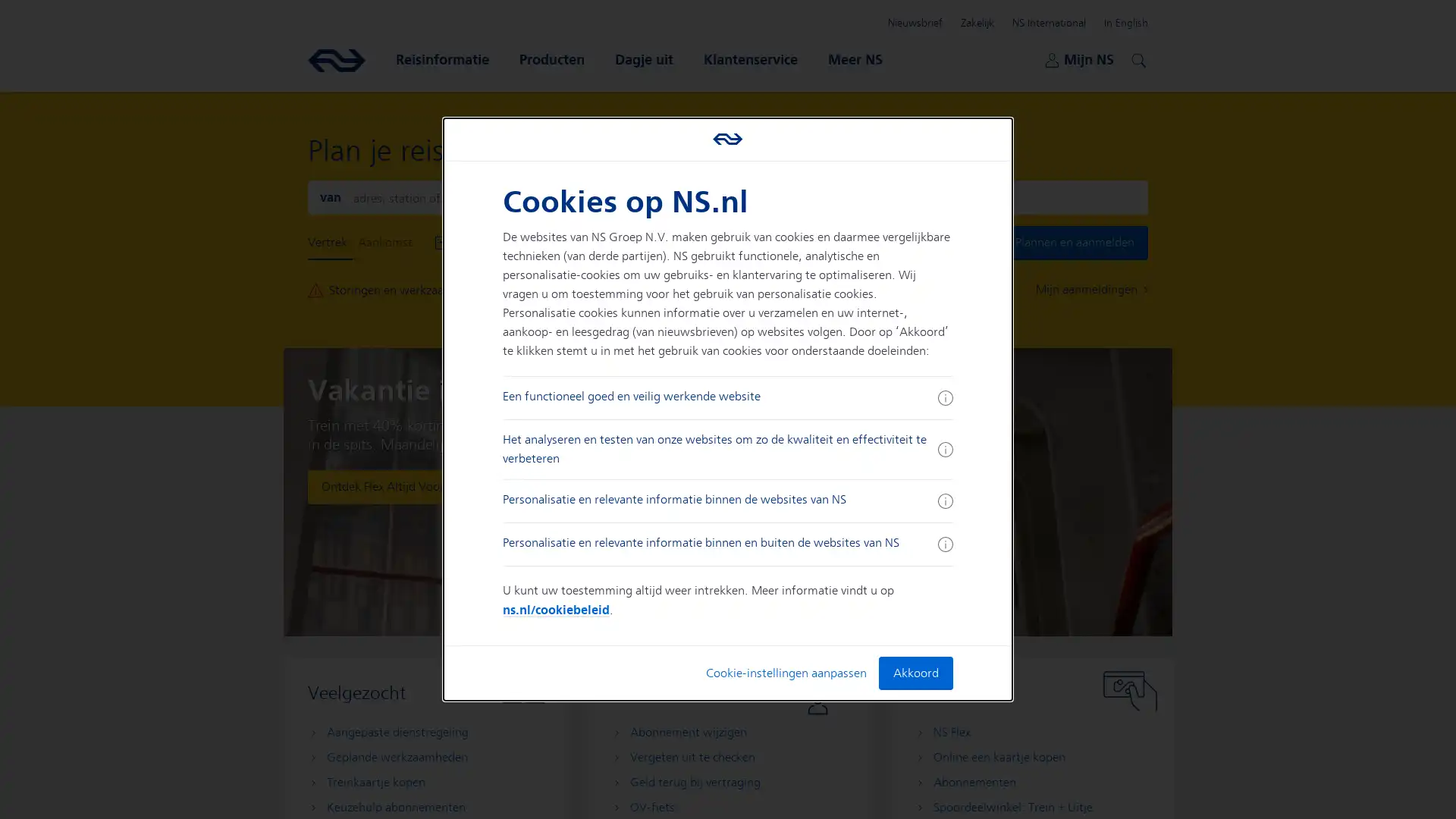 The image size is (1456, 819). What do you see at coordinates (944, 397) in the screenshot?
I see `Meer informatie ingeklapt` at bounding box center [944, 397].